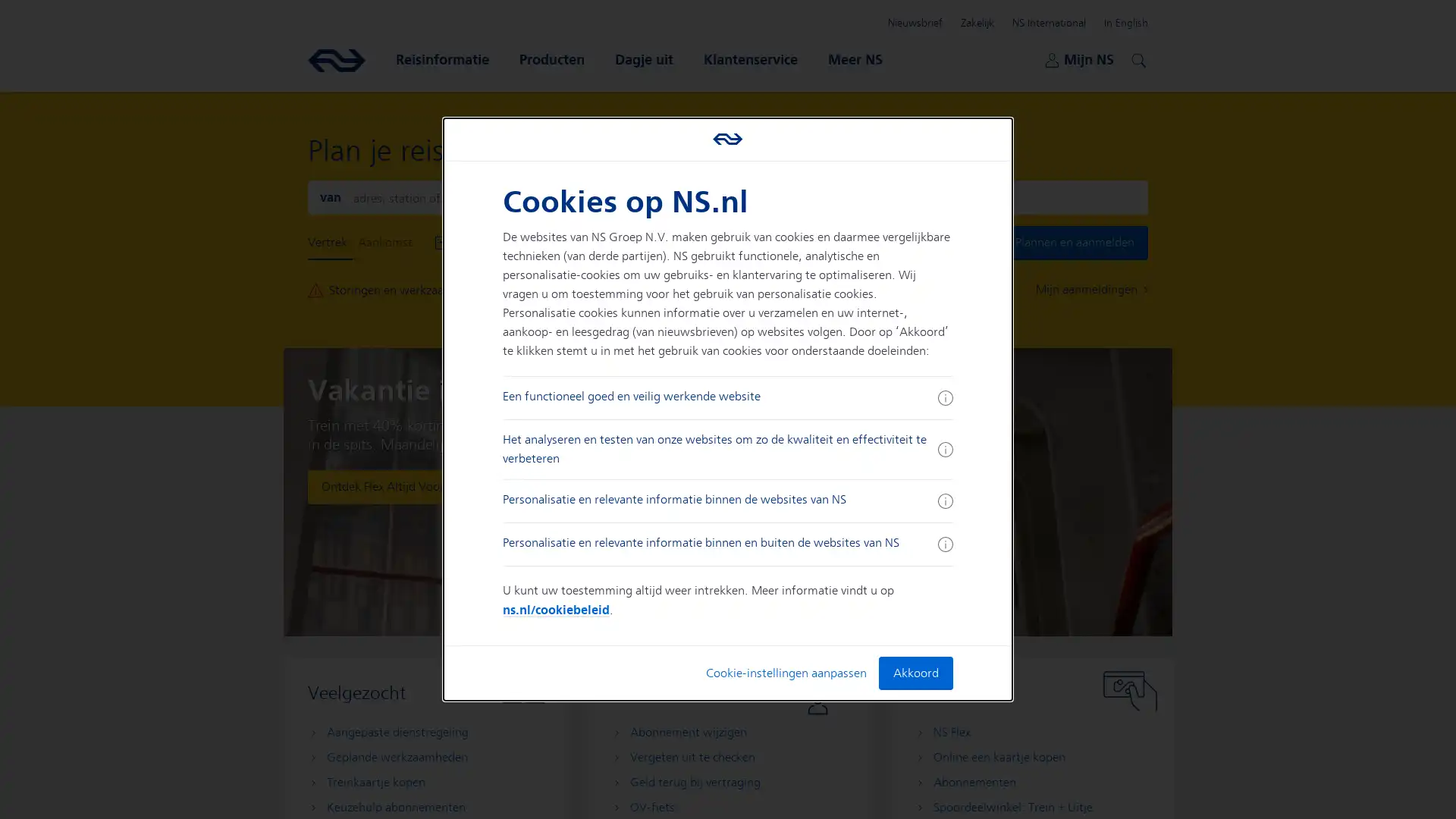 The image size is (1456, 819). What do you see at coordinates (944, 397) in the screenshot?
I see `Meer informatie ingeklapt` at bounding box center [944, 397].